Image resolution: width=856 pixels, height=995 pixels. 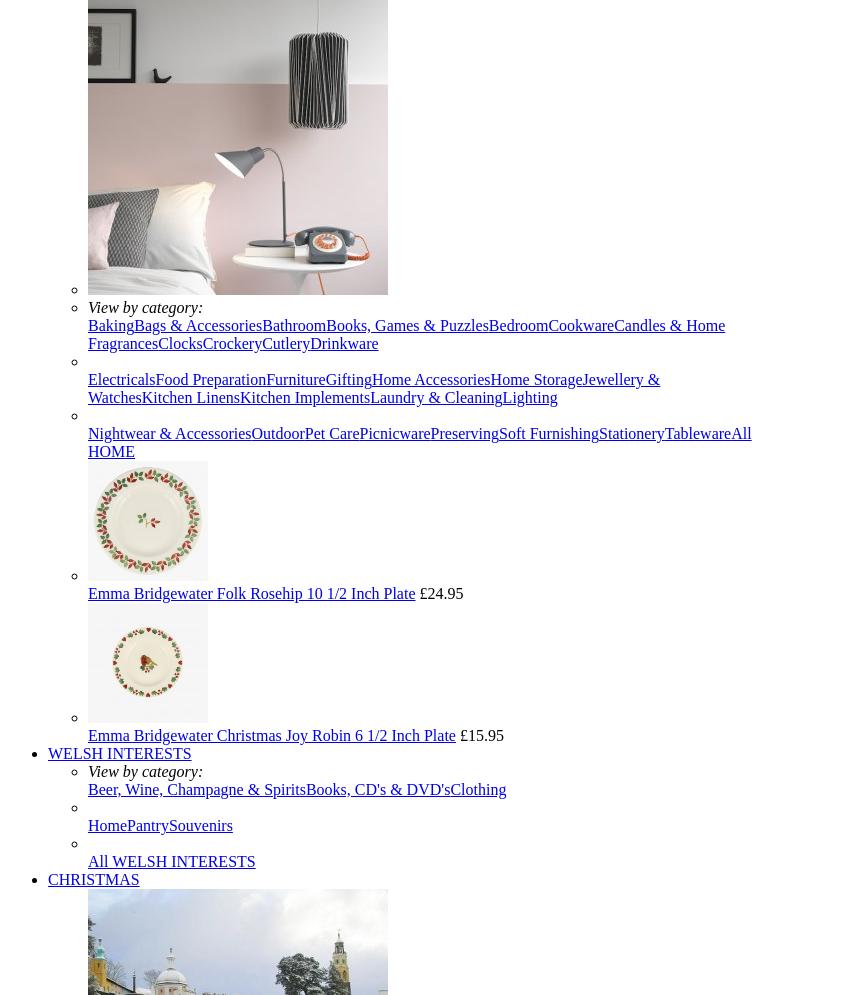 What do you see at coordinates (198, 824) in the screenshot?
I see `'Souvenirs'` at bounding box center [198, 824].